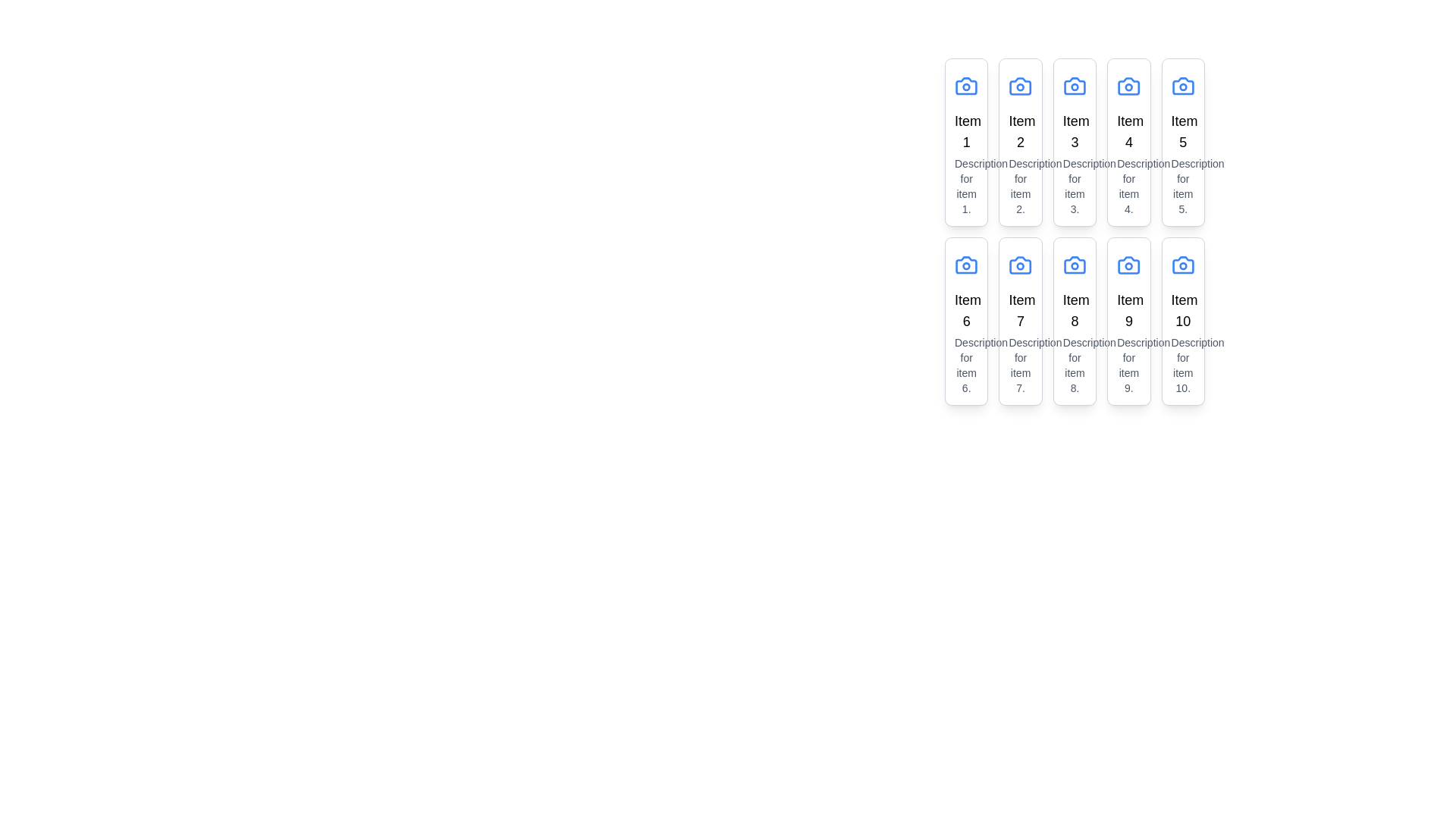 The width and height of the screenshot is (1456, 819). I want to click on the text label that reads 'Description for item 4.' located below the header 'Item 4' in the fourth item card, so click(1128, 186).